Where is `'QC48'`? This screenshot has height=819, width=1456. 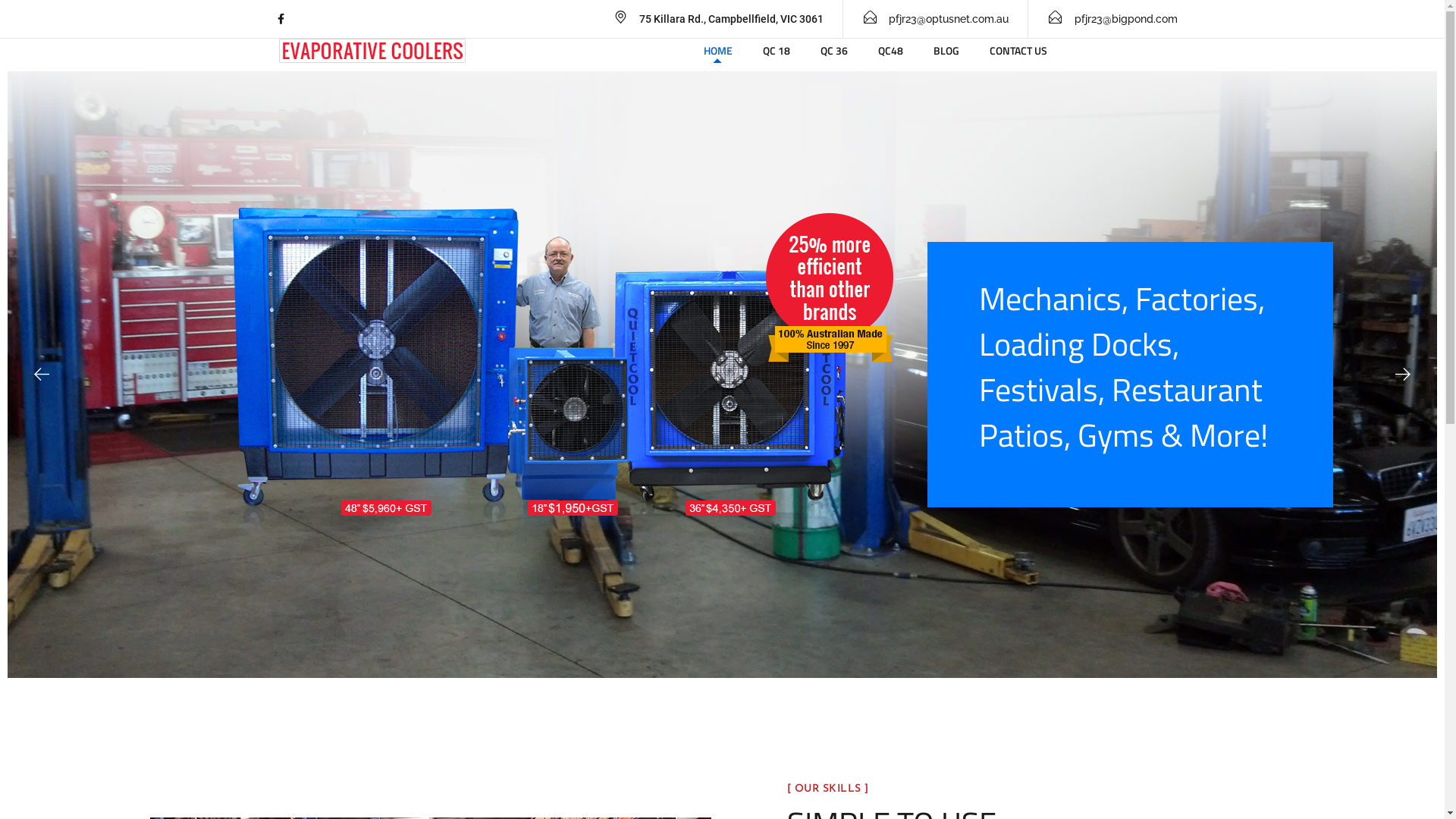
'QC48' is located at coordinates (890, 49).